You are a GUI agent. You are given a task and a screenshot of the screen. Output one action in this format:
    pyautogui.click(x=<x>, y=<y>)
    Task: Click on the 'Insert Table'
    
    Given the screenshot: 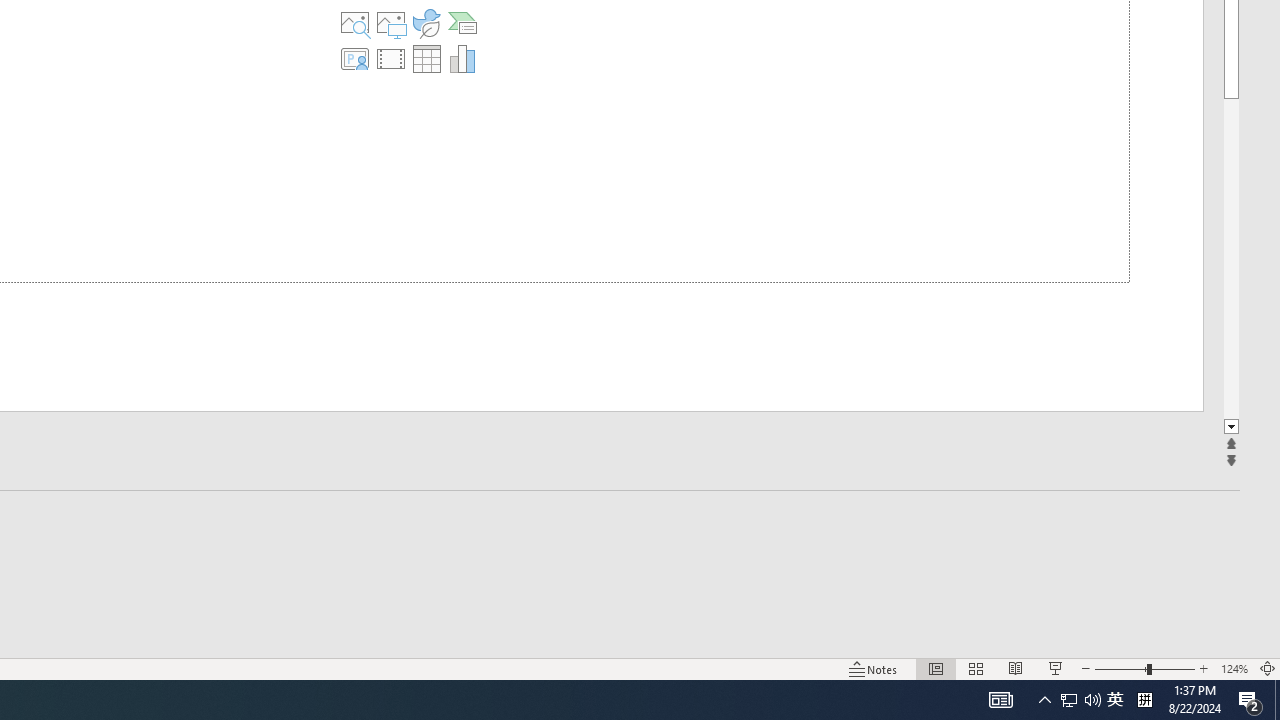 What is the action you would take?
    pyautogui.click(x=425, y=58)
    